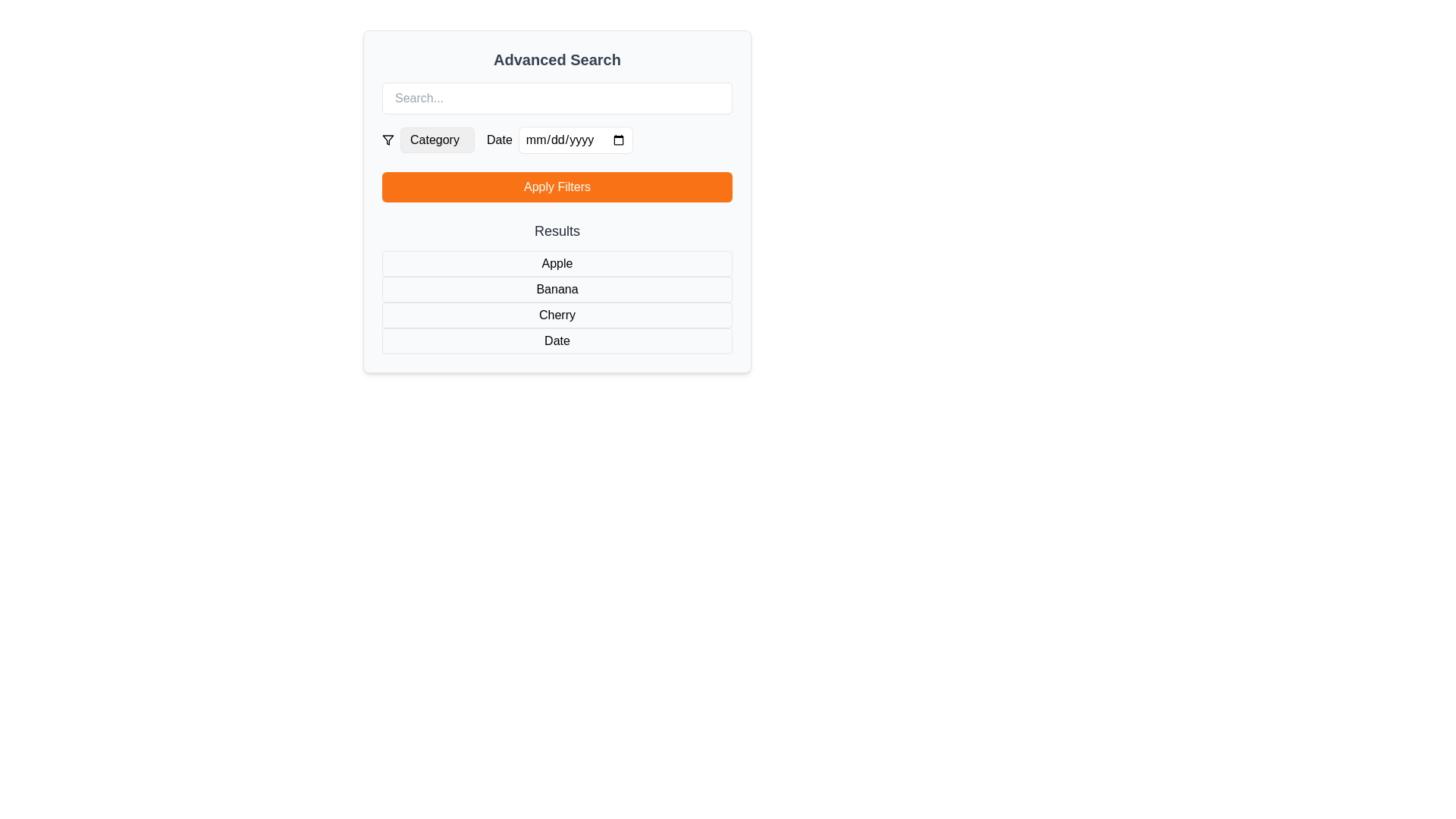 Image resolution: width=1456 pixels, height=819 pixels. I want to click on the Text Display Box labeled 'Apple', which is the first element in the 'Results' category, styled with a light background and black centered text, so click(556, 262).